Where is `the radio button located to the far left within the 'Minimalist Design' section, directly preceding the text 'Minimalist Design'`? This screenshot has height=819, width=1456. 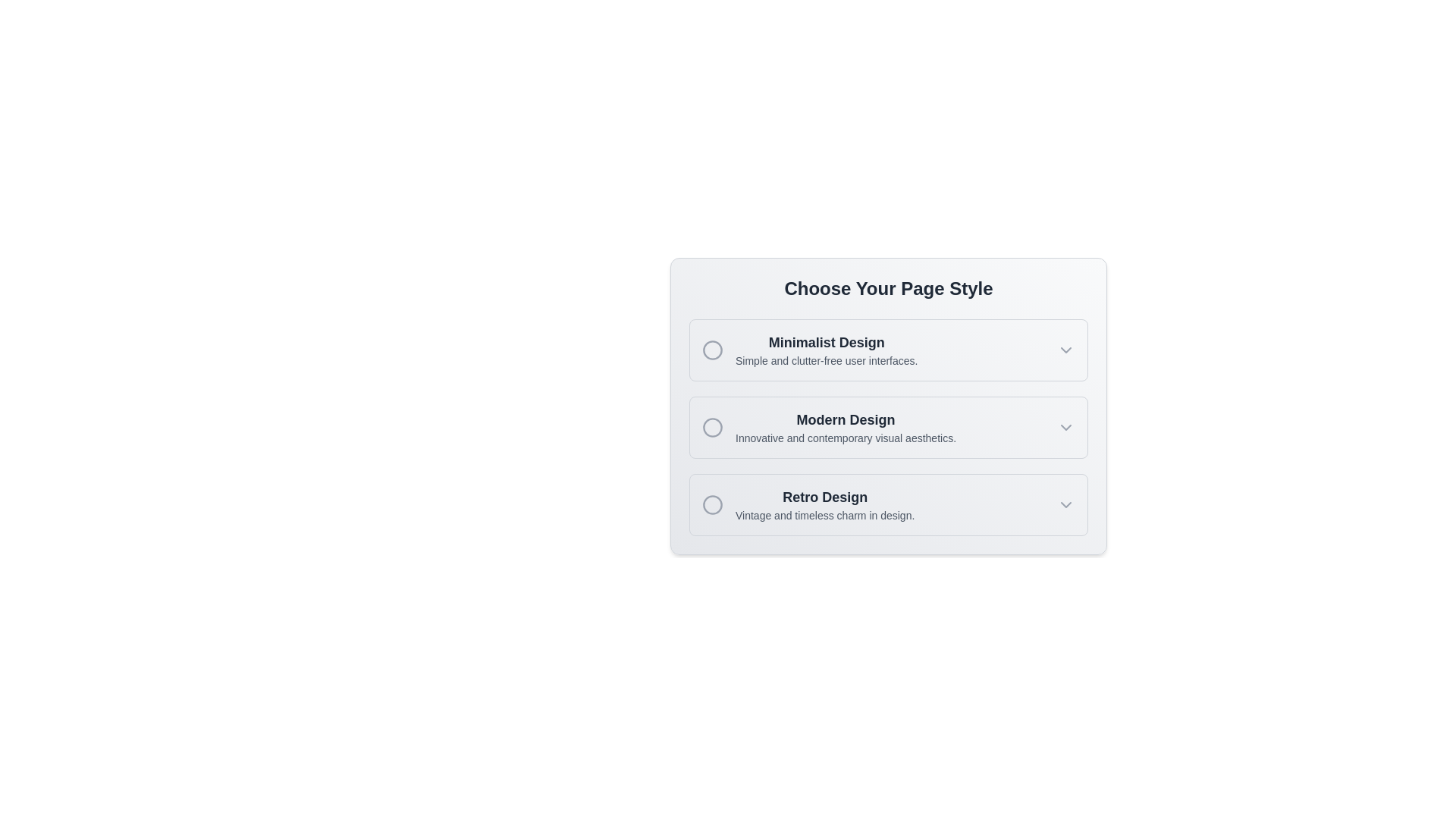 the radio button located to the far left within the 'Minimalist Design' section, directly preceding the text 'Minimalist Design' is located at coordinates (712, 350).